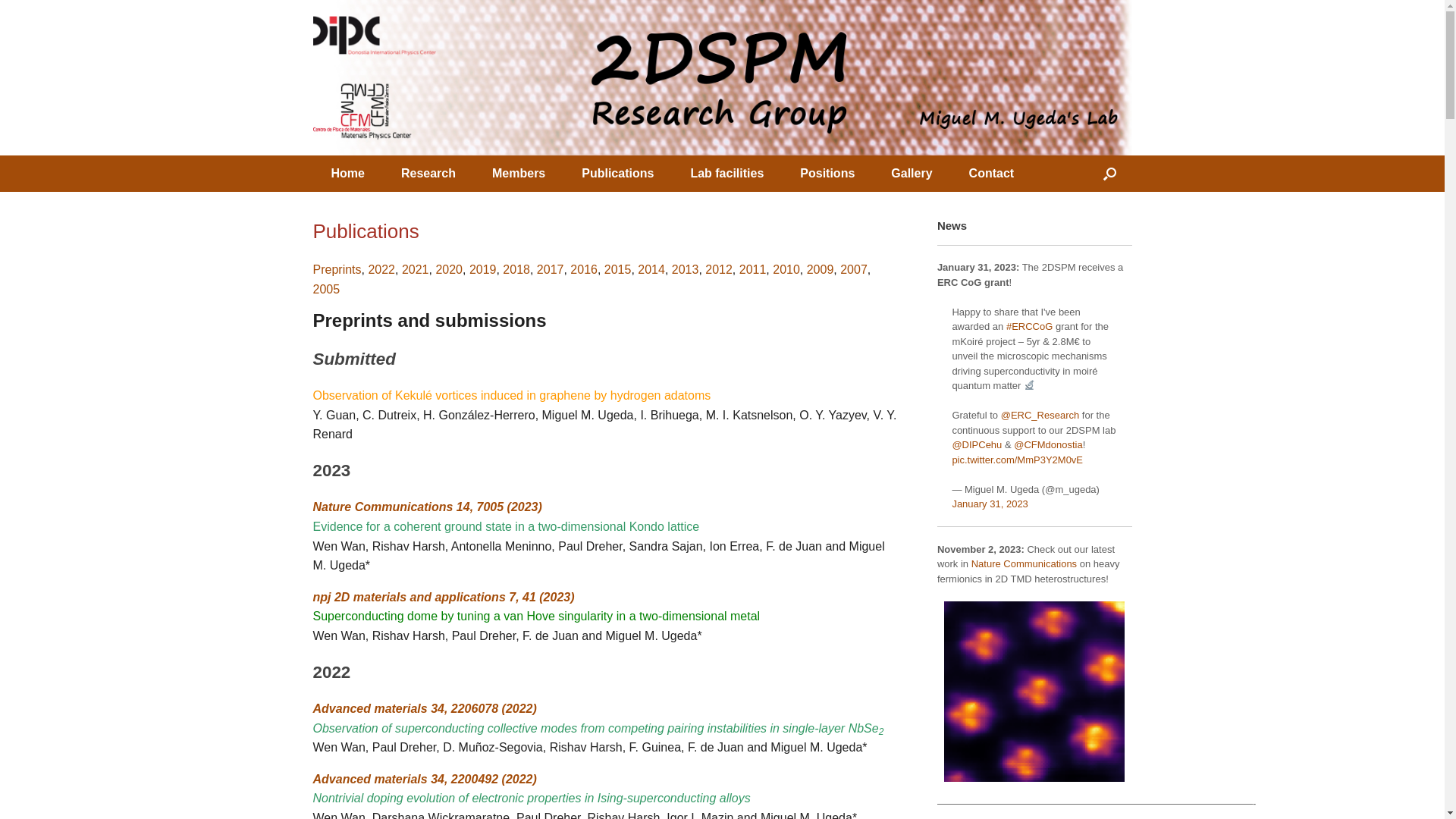  I want to click on '2015', so click(603, 268).